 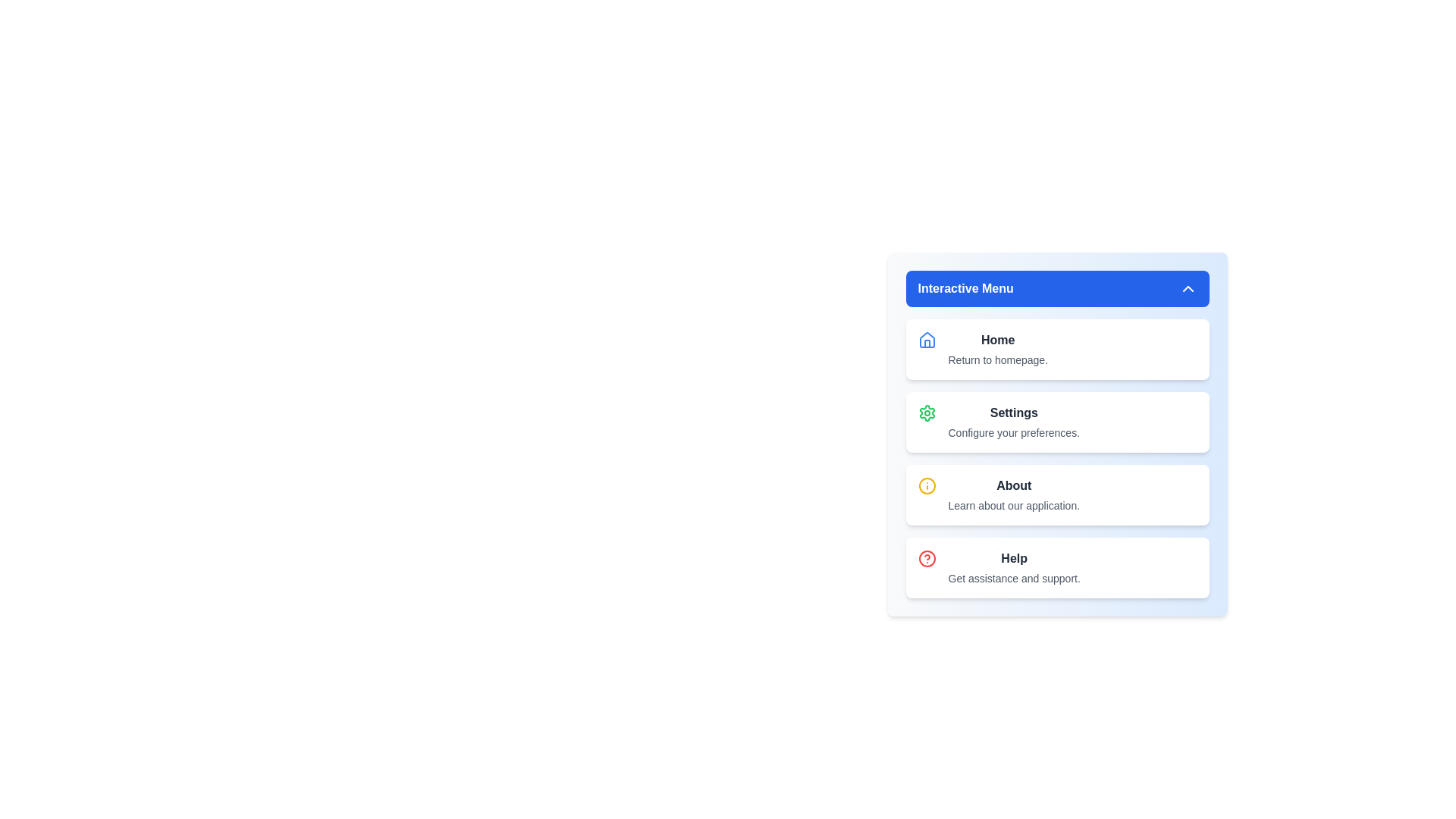 I want to click on the decorative icon (circle with outline) located at the center of the 'About' button in the interactive menu, which is the third button from the top, so click(x=926, y=485).